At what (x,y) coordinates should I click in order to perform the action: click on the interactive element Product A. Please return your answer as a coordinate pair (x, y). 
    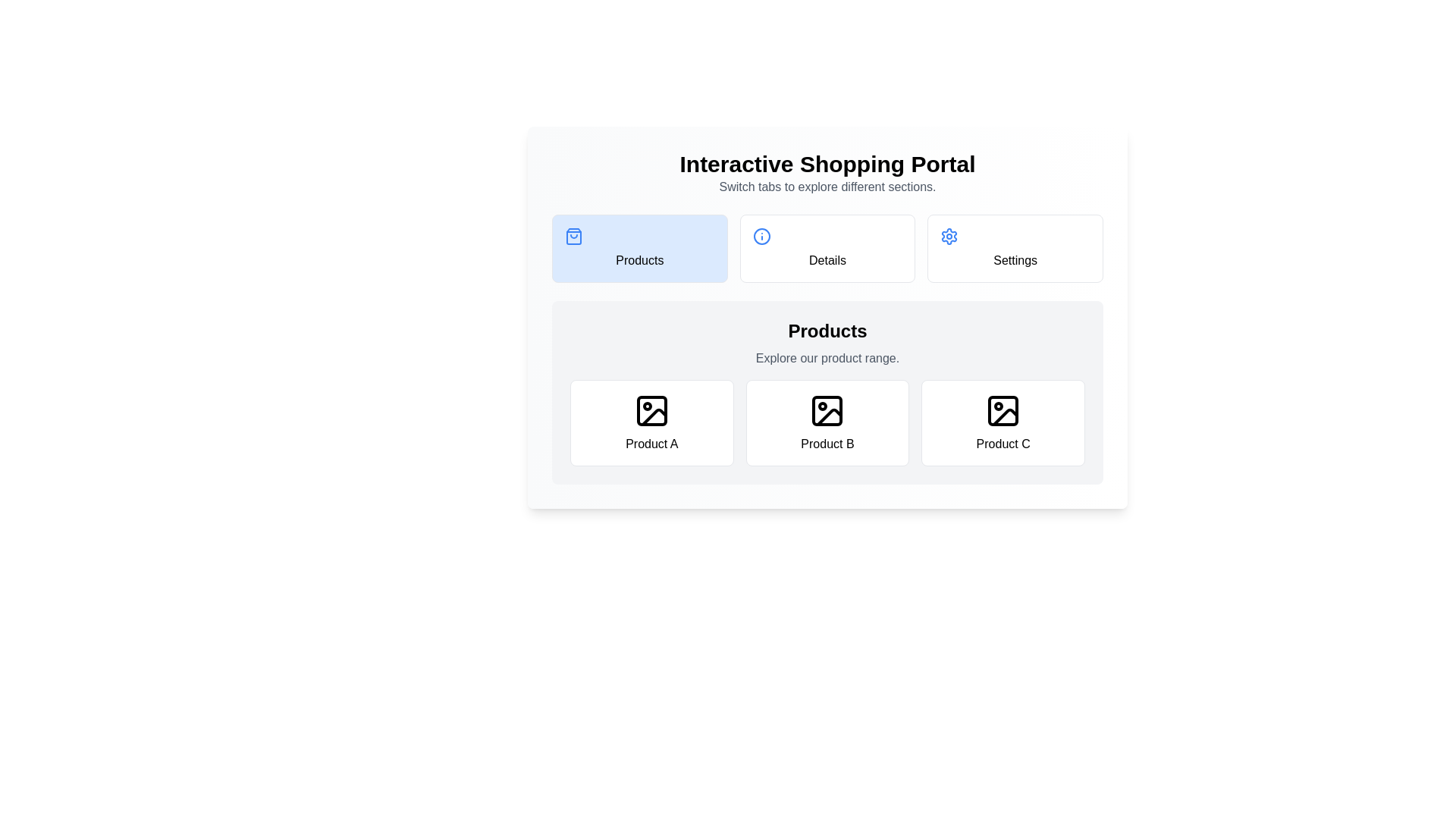
    Looking at the image, I should click on (651, 423).